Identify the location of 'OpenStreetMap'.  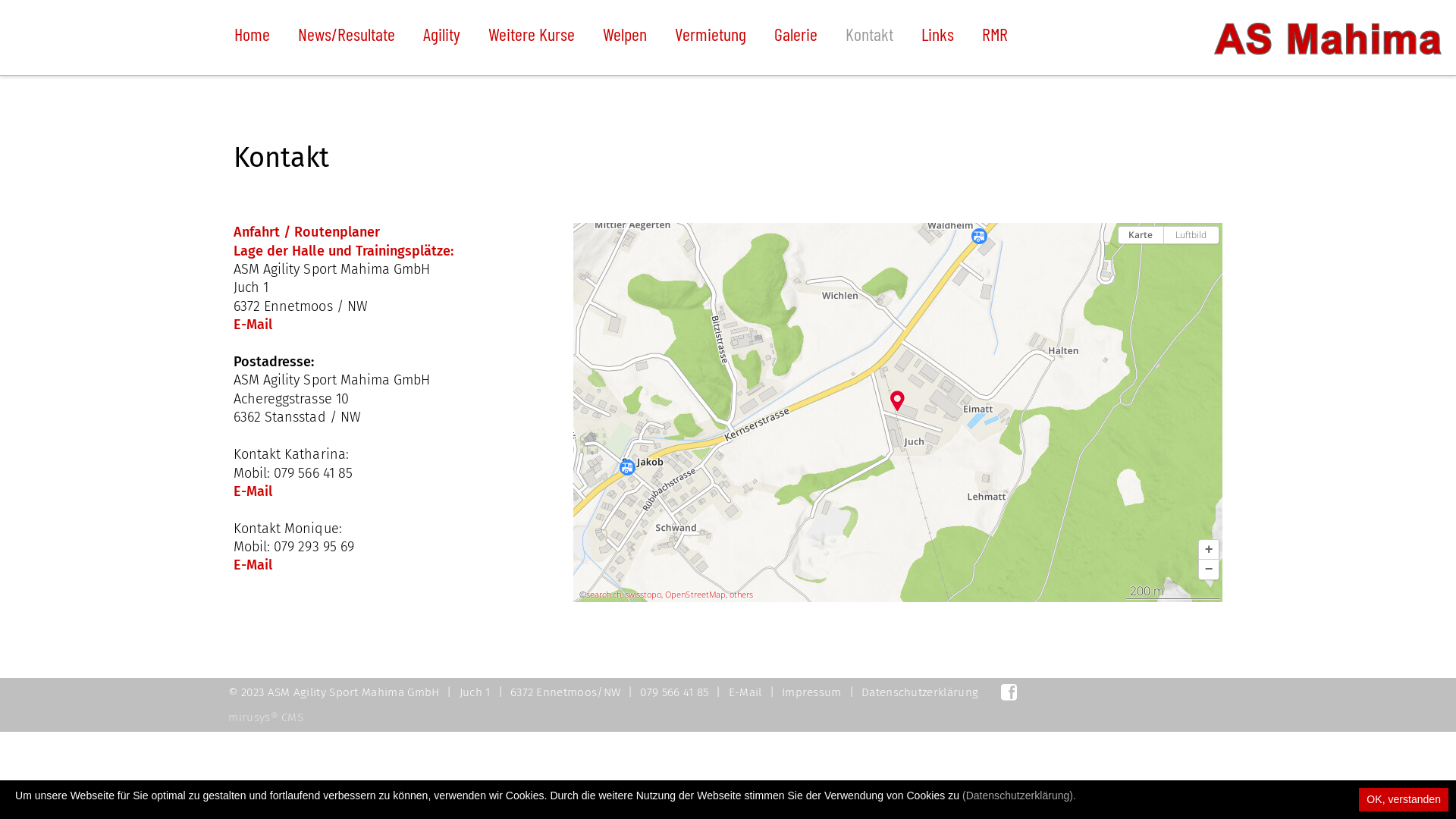
(694, 593).